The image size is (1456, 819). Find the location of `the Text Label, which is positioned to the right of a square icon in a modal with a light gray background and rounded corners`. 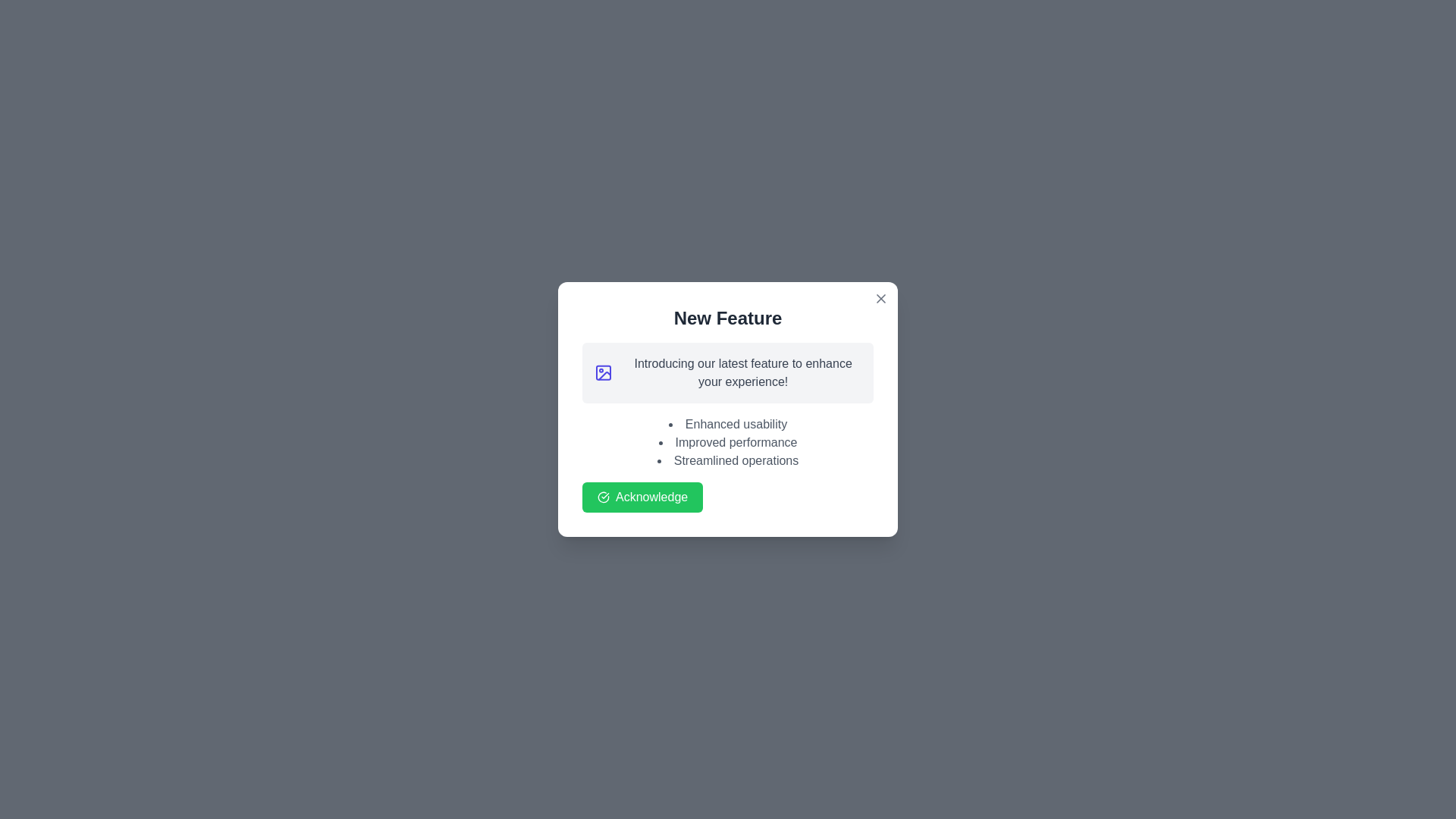

the Text Label, which is positioned to the right of a square icon in a modal with a light gray background and rounded corners is located at coordinates (743, 373).